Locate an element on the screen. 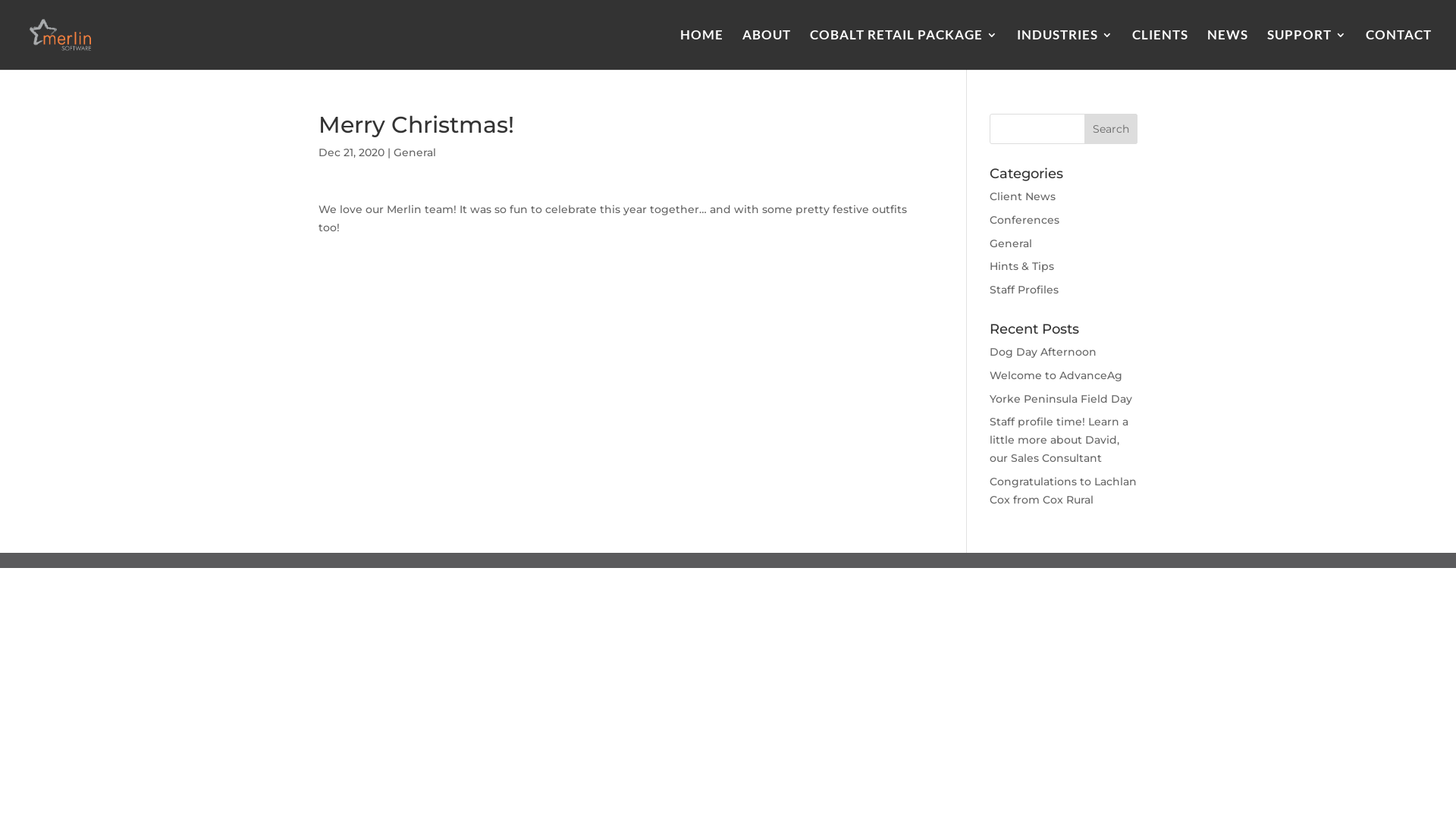  'Yorke Peninsula Field Day' is located at coordinates (990, 397).